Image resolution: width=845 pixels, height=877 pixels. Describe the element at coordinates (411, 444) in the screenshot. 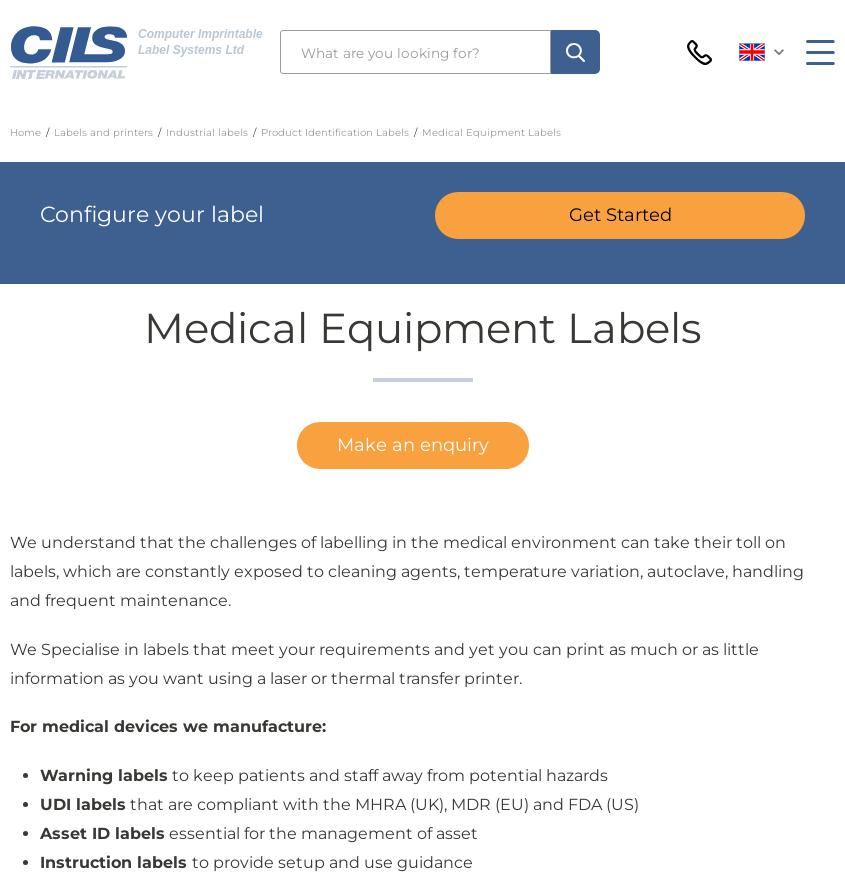

I see `'Make an enquiry'` at that location.